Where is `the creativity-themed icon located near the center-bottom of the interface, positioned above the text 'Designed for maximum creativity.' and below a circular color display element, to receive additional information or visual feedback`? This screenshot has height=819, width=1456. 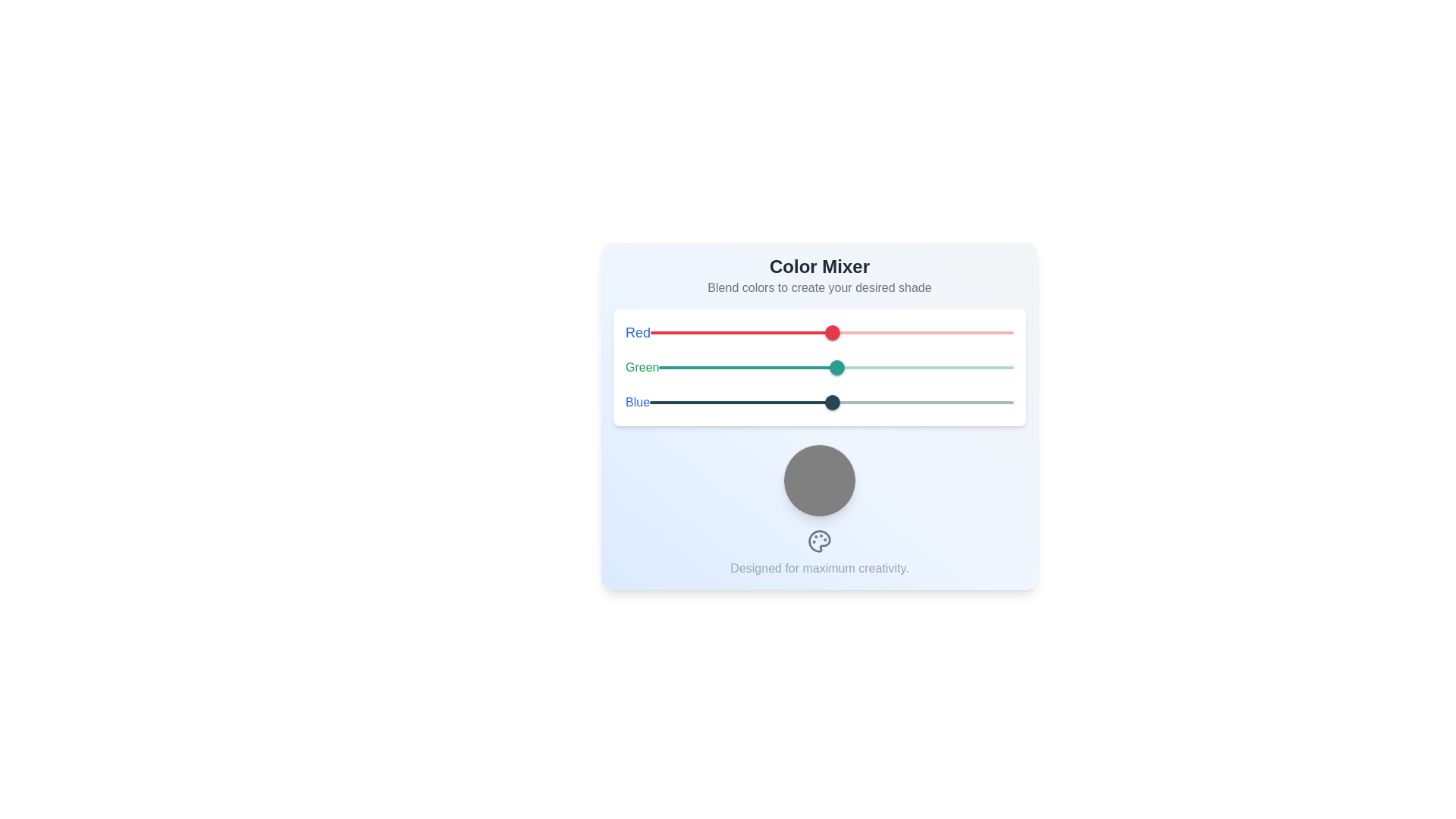 the creativity-themed icon located near the center-bottom of the interface, positioned above the text 'Designed for maximum creativity.' and below a circular color display element, to receive additional information or visual feedback is located at coordinates (818, 540).